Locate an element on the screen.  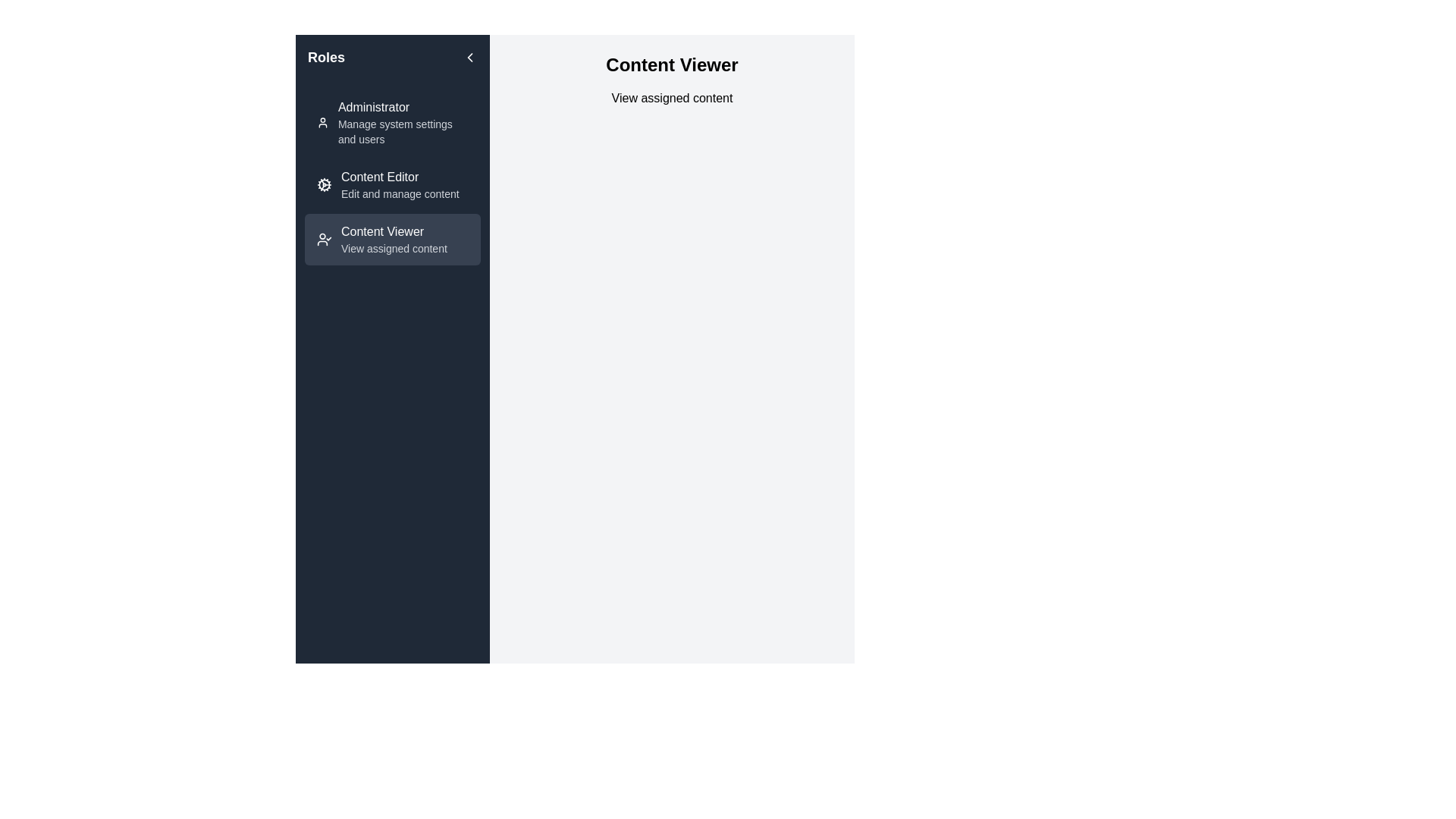
the text label that says 'Edit and manage content', which is styled in light gray against a dark background, located below the 'Content Editor' title in the sidebar is located at coordinates (400, 193).